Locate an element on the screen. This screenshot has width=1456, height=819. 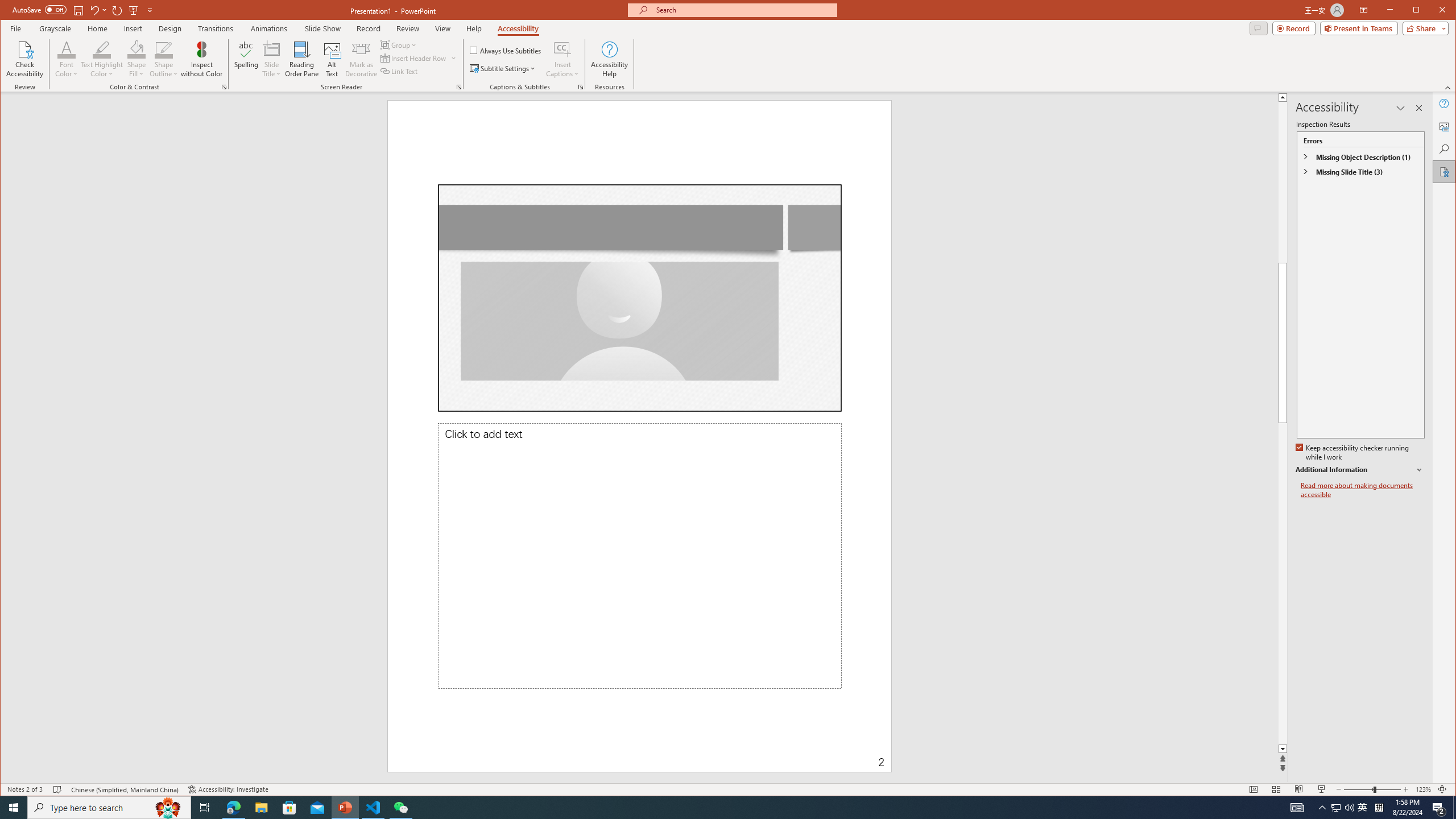
'Inspect without Color' is located at coordinates (201, 59).